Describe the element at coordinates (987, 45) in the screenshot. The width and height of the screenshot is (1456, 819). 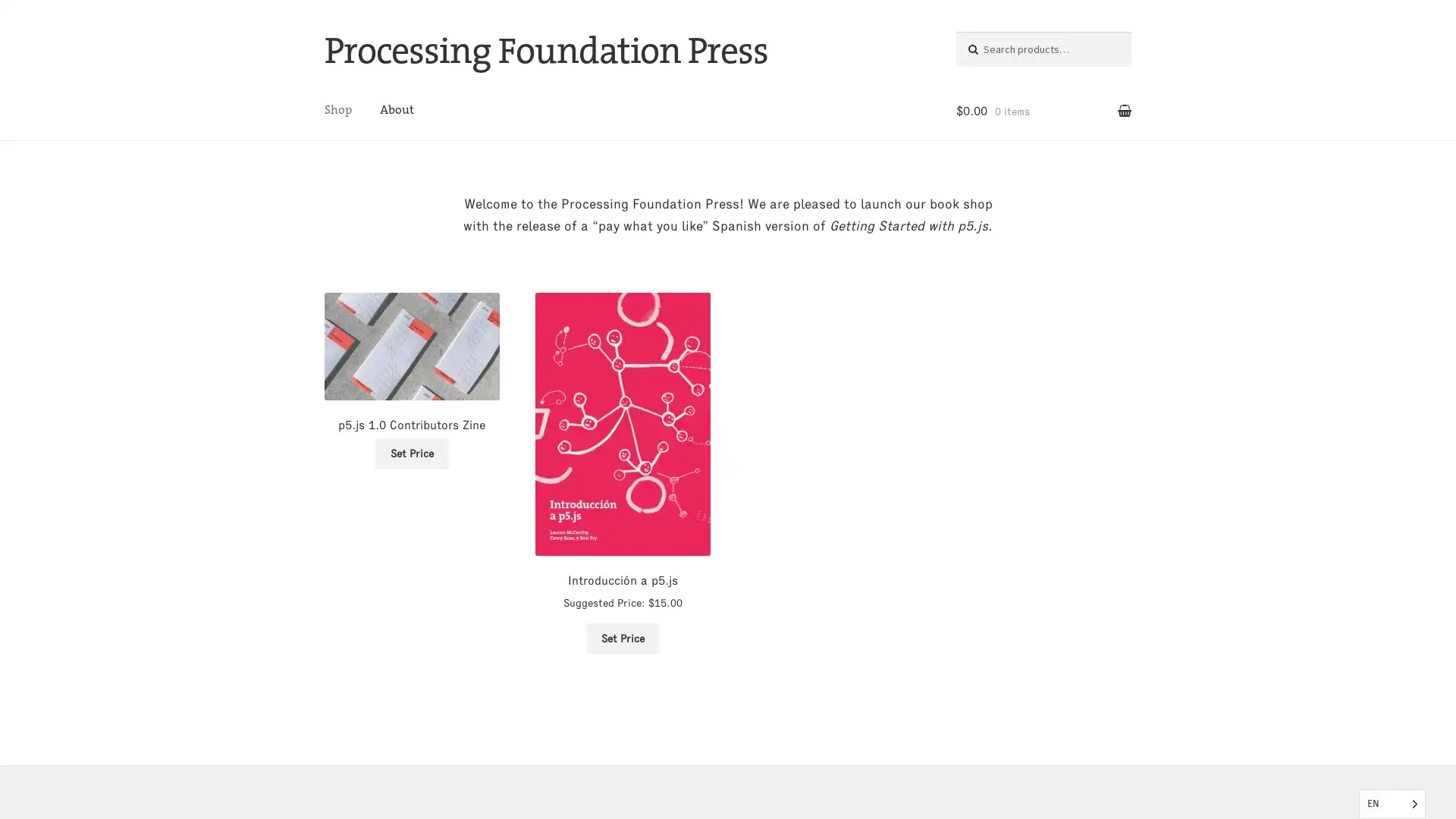
I see `Search` at that location.